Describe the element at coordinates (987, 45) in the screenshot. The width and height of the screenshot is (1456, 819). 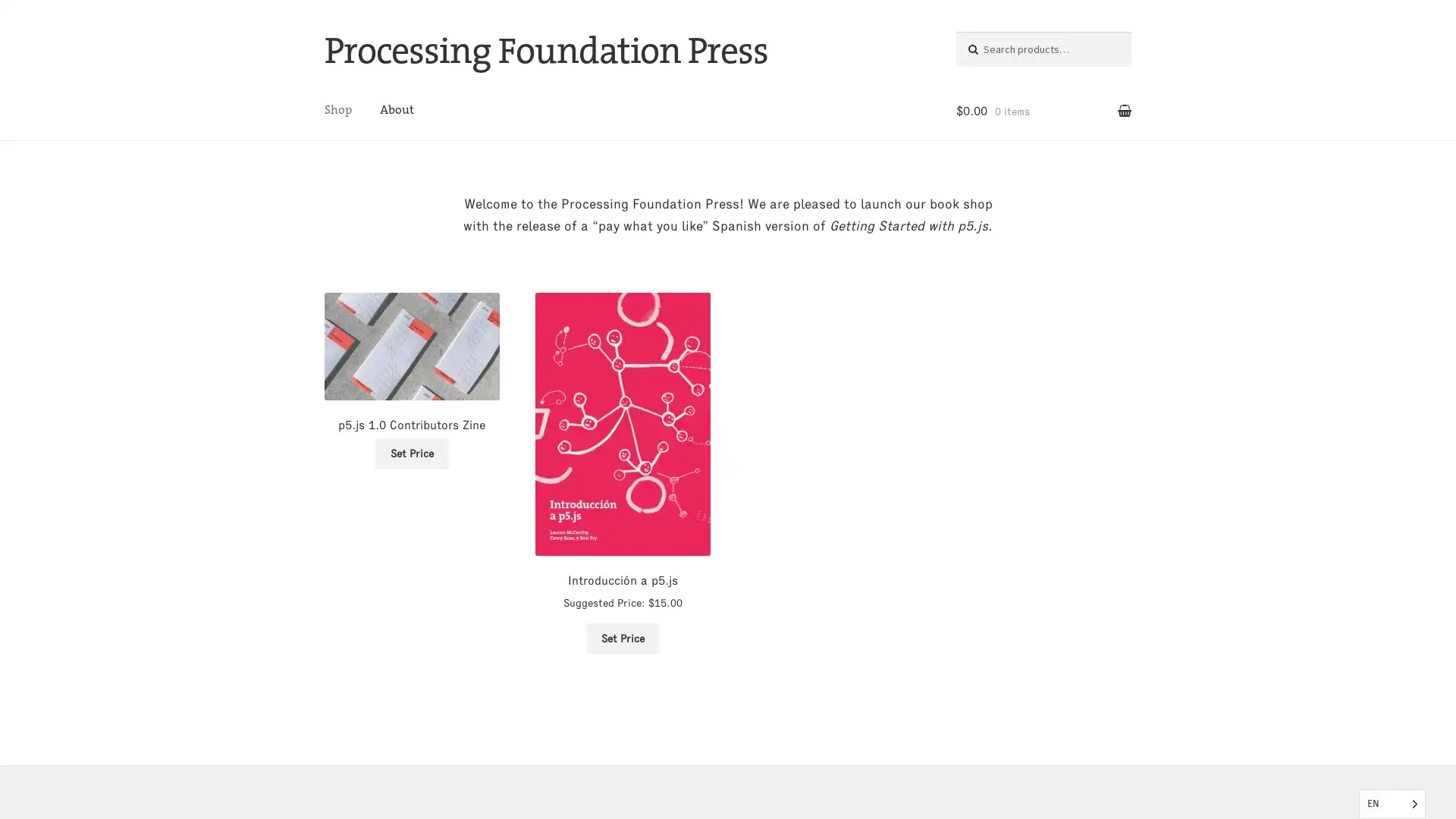
I see `Search` at that location.